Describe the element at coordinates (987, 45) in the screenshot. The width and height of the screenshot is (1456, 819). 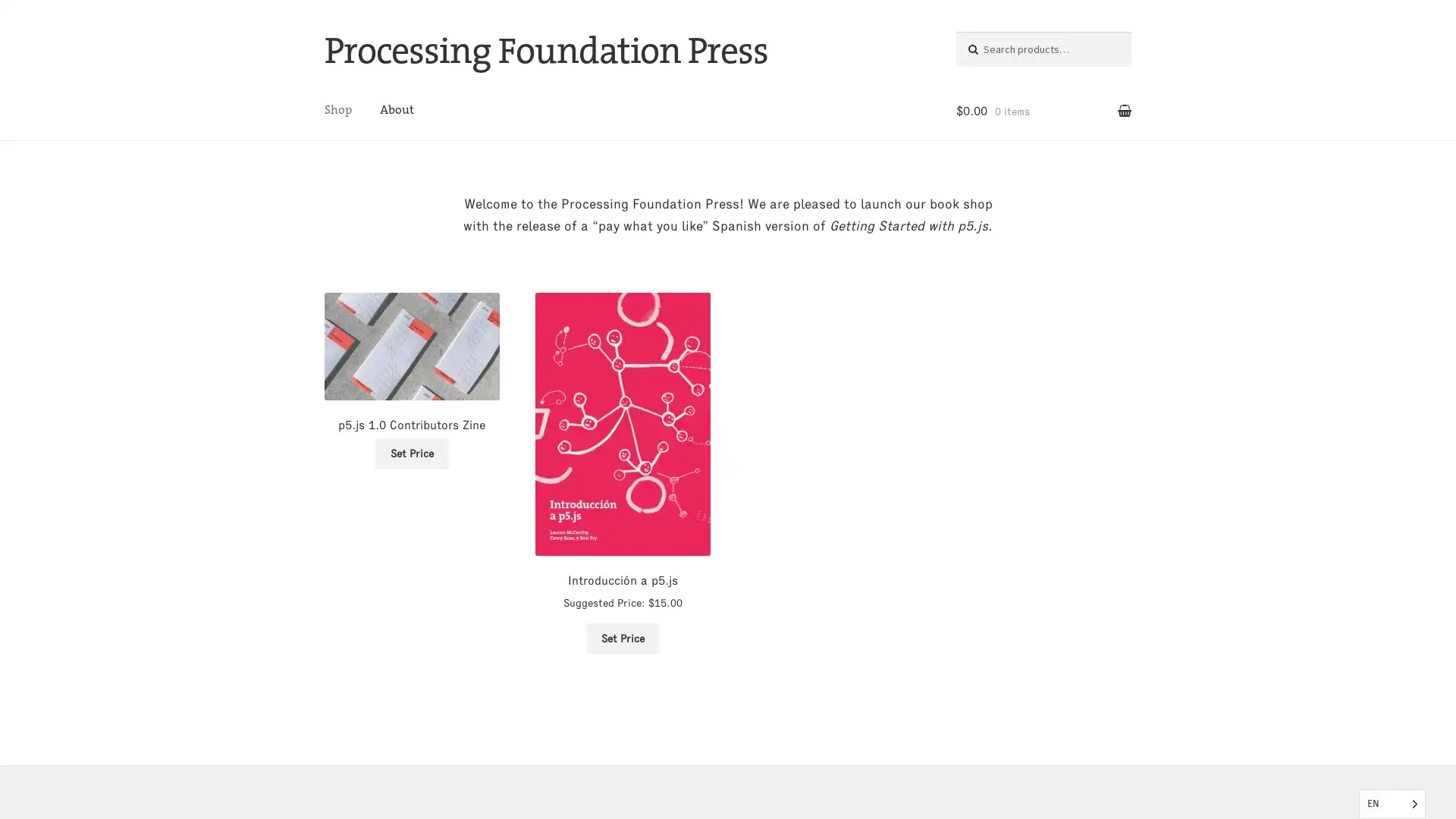
I see `Search` at that location.